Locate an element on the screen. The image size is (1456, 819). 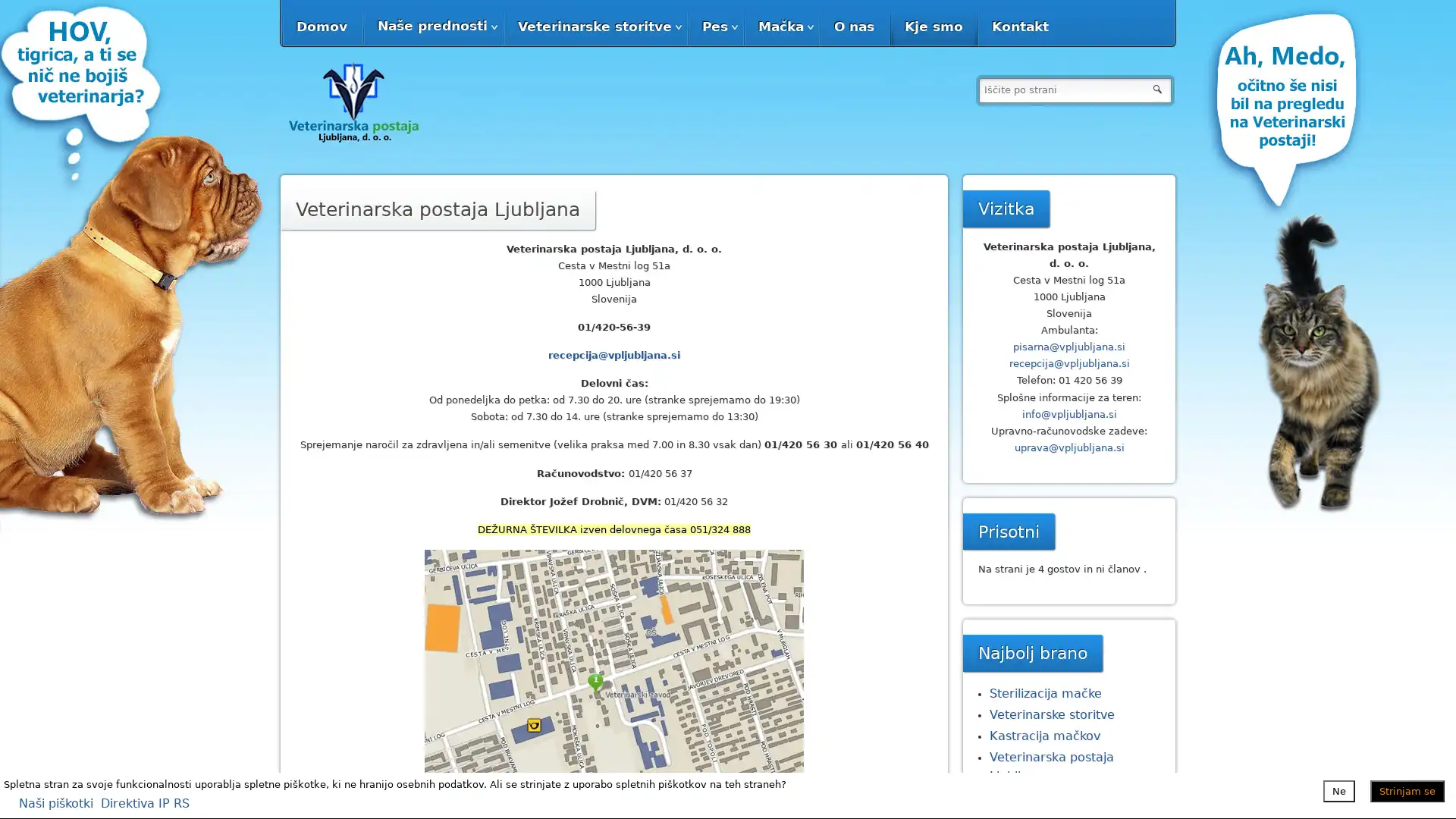
Strinjam se is located at coordinates (1407, 789).